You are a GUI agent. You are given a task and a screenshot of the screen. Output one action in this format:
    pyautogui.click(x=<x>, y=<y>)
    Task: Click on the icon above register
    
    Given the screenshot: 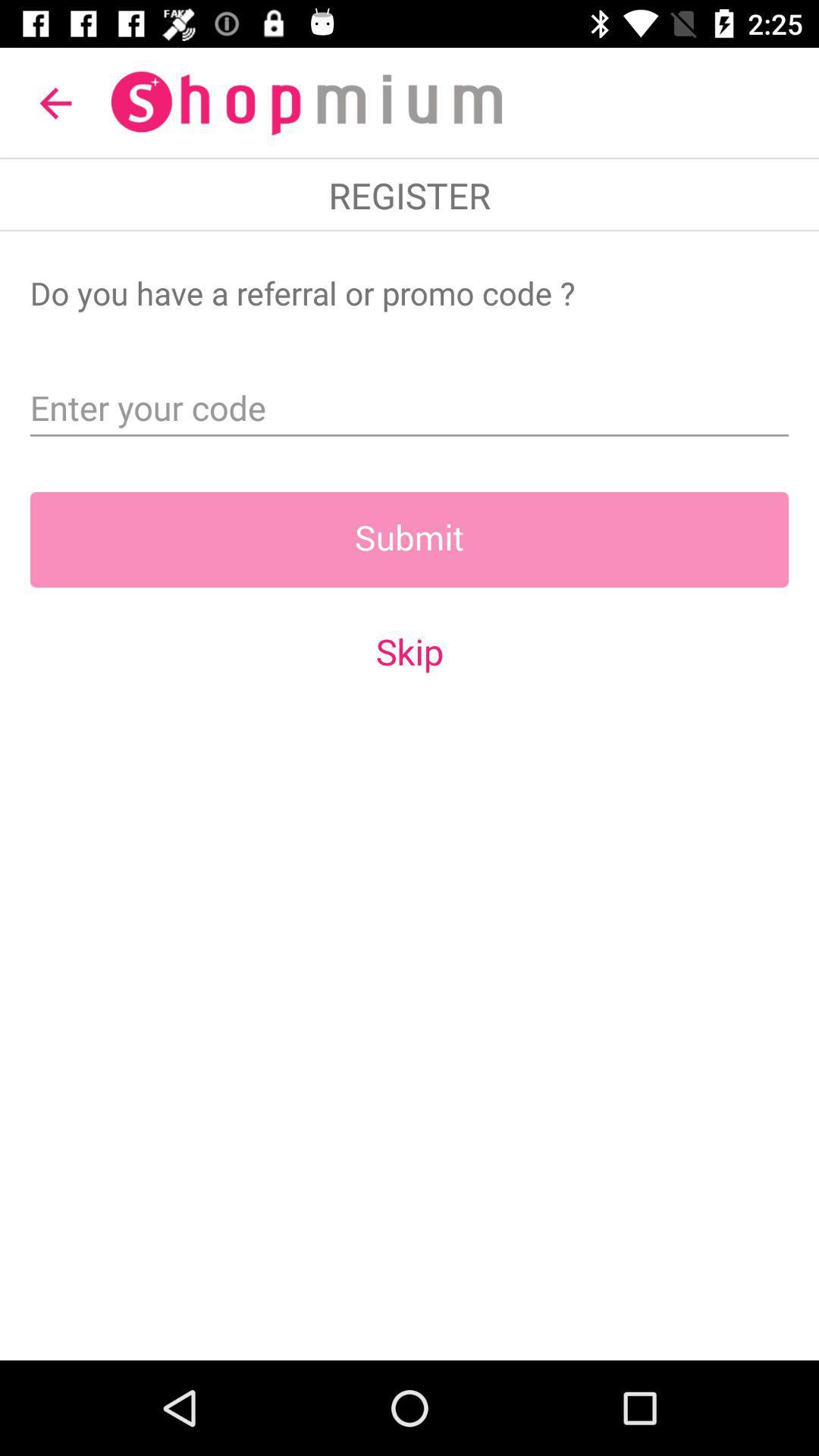 What is the action you would take?
    pyautogui.click(x=55, y=102)
    